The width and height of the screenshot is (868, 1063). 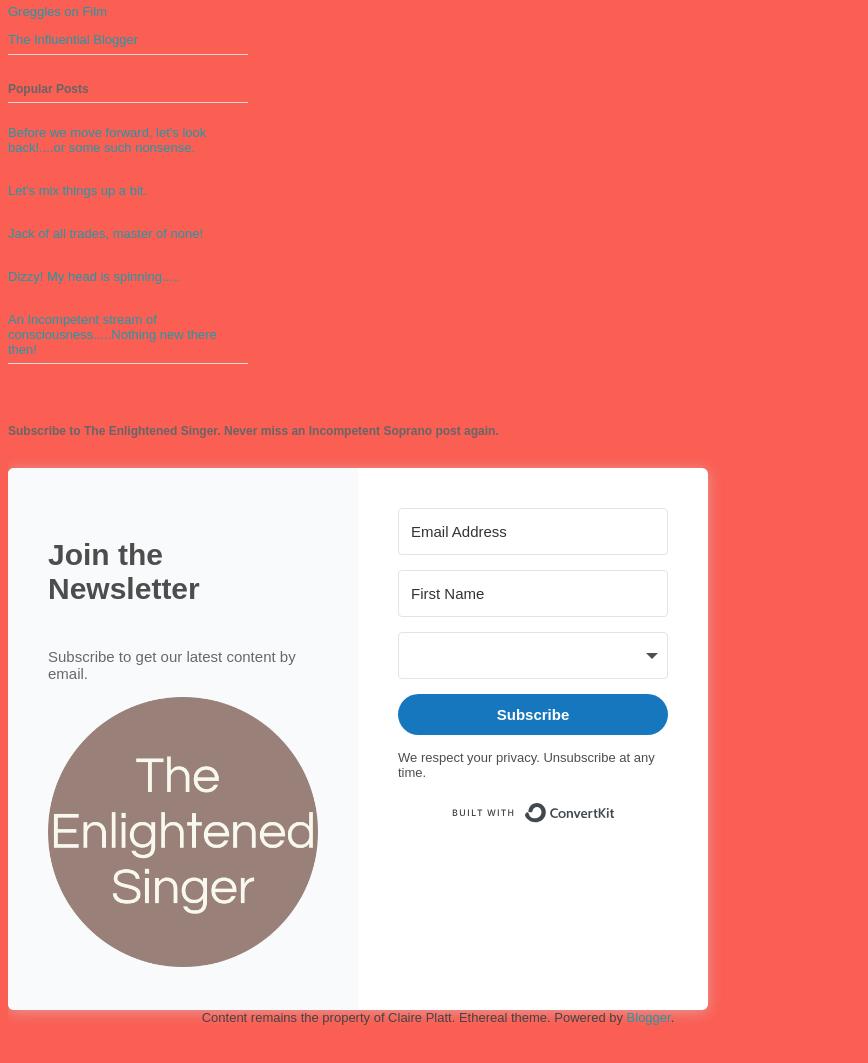 What do you see at coordinates (48, 88) in the screenshot?
I see `'Popular Posts'` at bounding box center [48, 88].